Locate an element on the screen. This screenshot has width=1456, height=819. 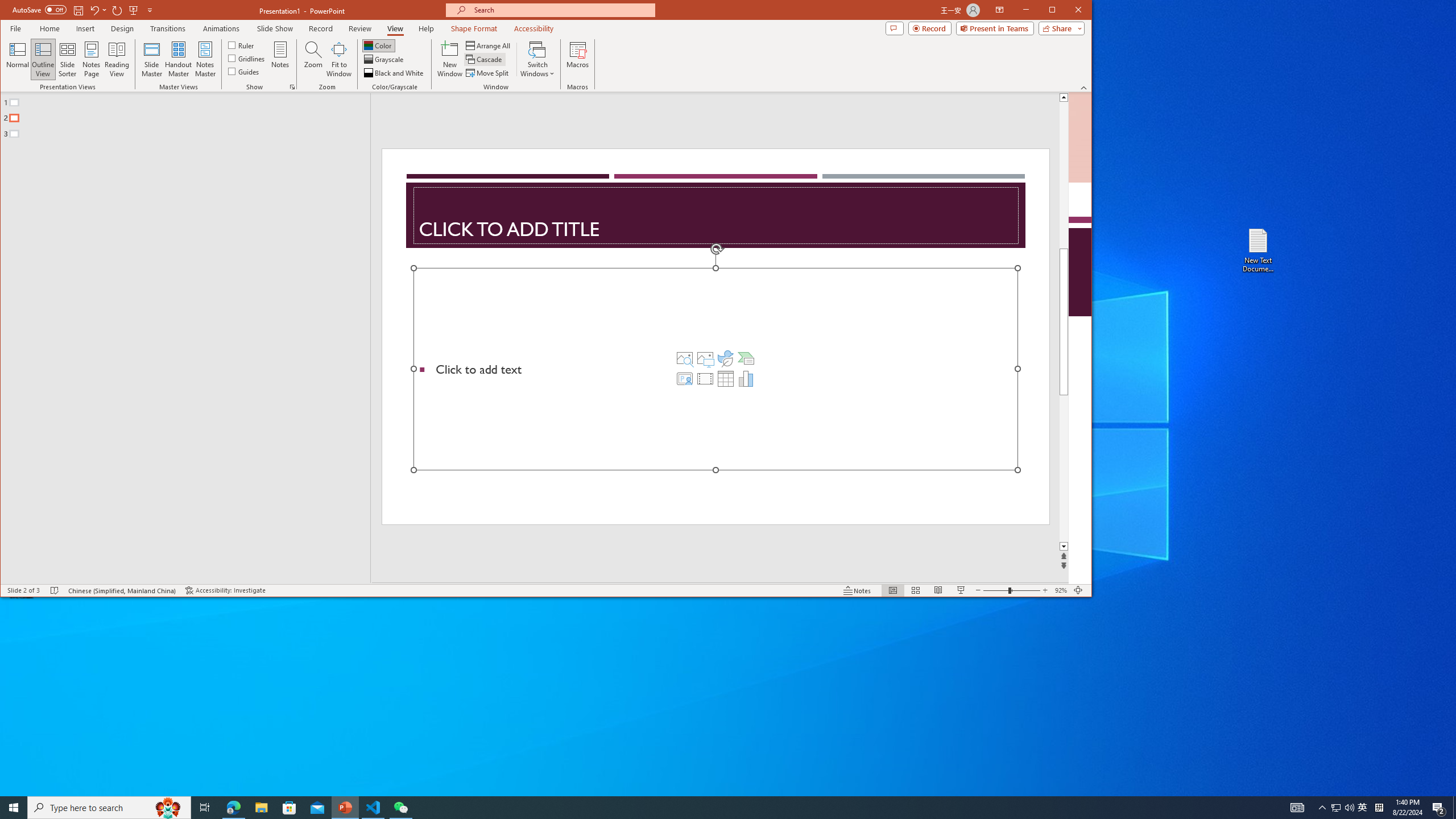
'Move Split' is located at coordinates (487, 72).